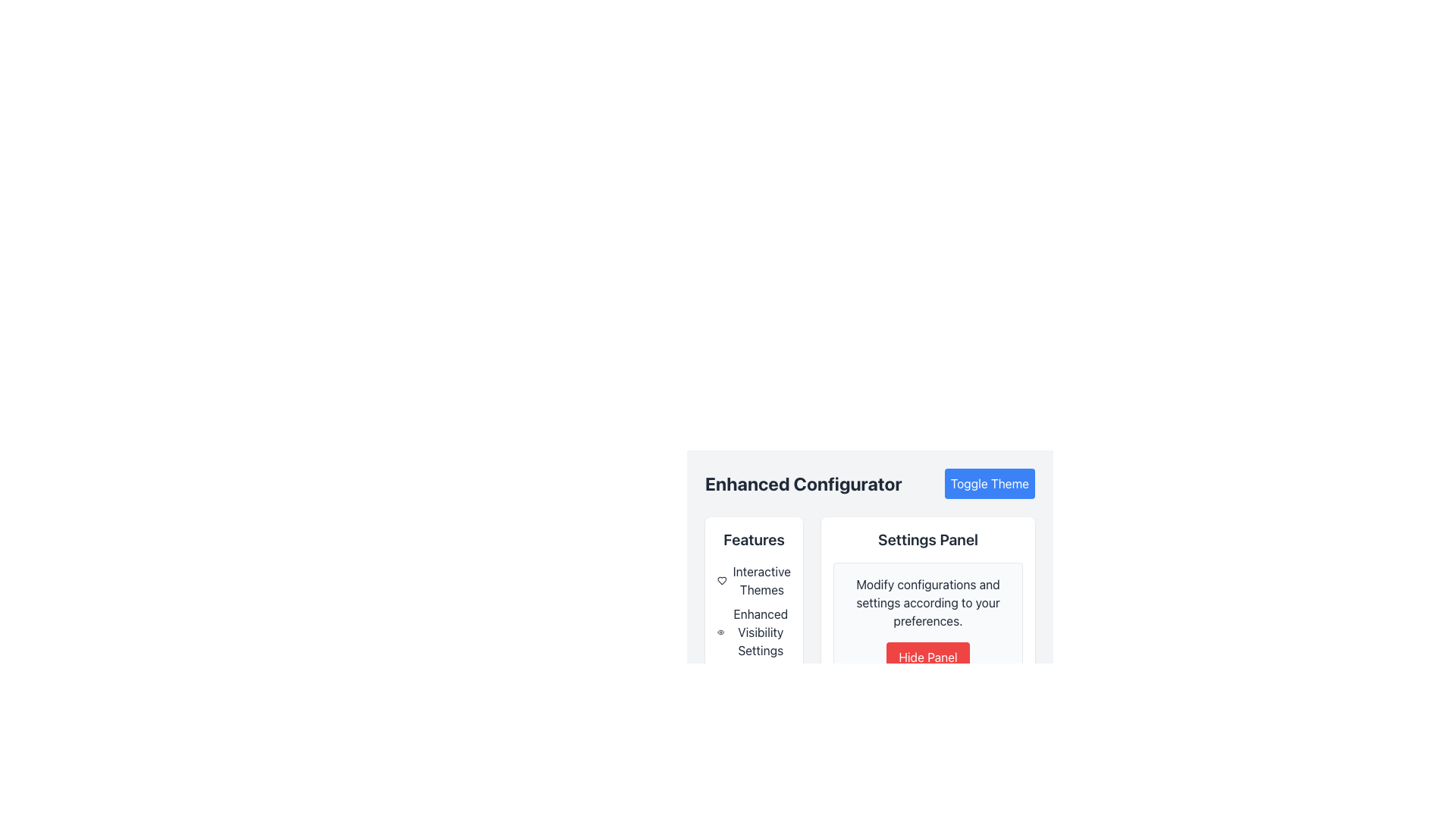  What do you see at coordinates (720, 632) in the screenshot?
I see `the eye icon that indicates visibility settings, located next to the 'Enhanced Visibility Settings' label` at bounding box center [720, 632].